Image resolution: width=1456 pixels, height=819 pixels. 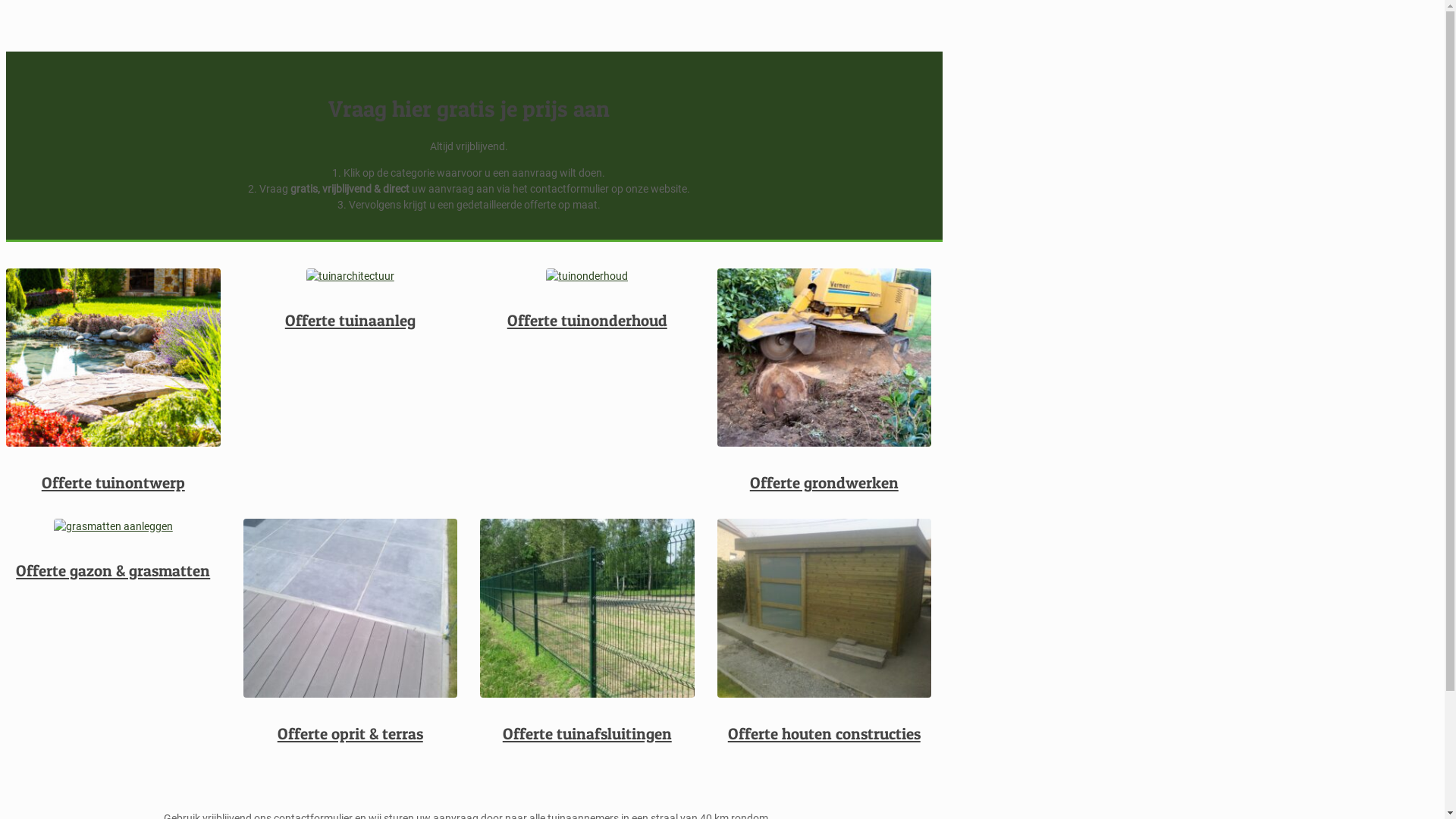 I want to click on 'Offerte tuinafsluitingen', so click(x=502, y=733).